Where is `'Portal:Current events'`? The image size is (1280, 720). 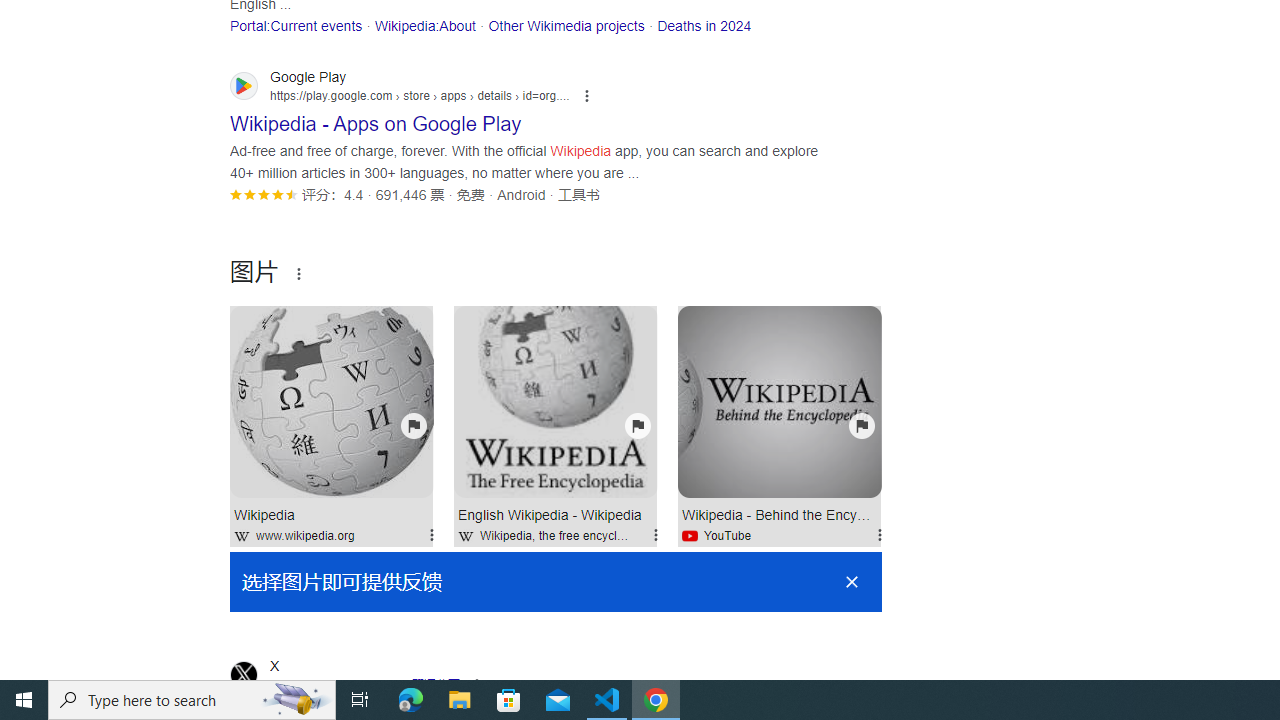 'Portal:Current events' is located at coordinates (295, 25).